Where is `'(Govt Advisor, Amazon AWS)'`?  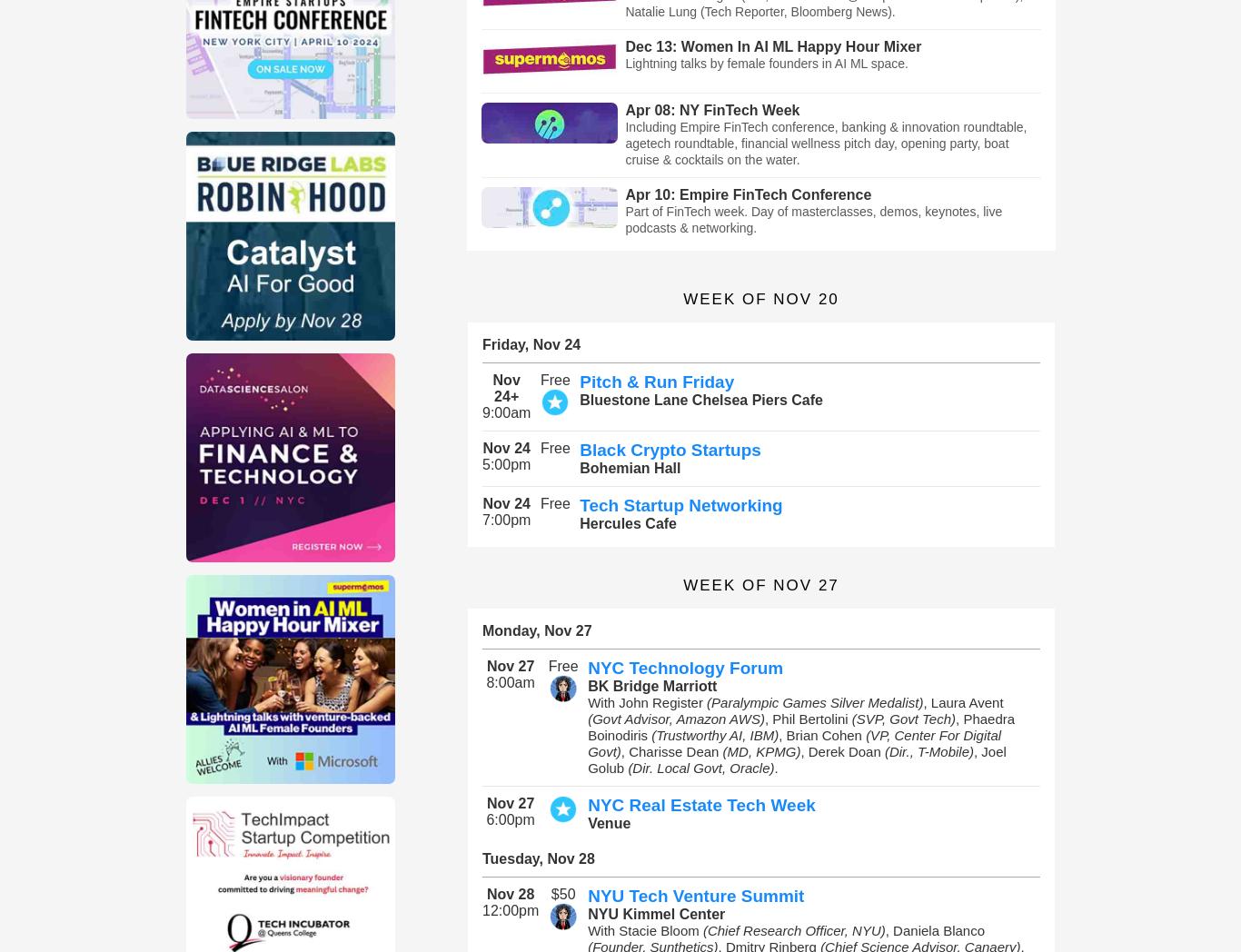
'(Govt Advisor, Amazon AWS)' is located at coordinates (676, 718).